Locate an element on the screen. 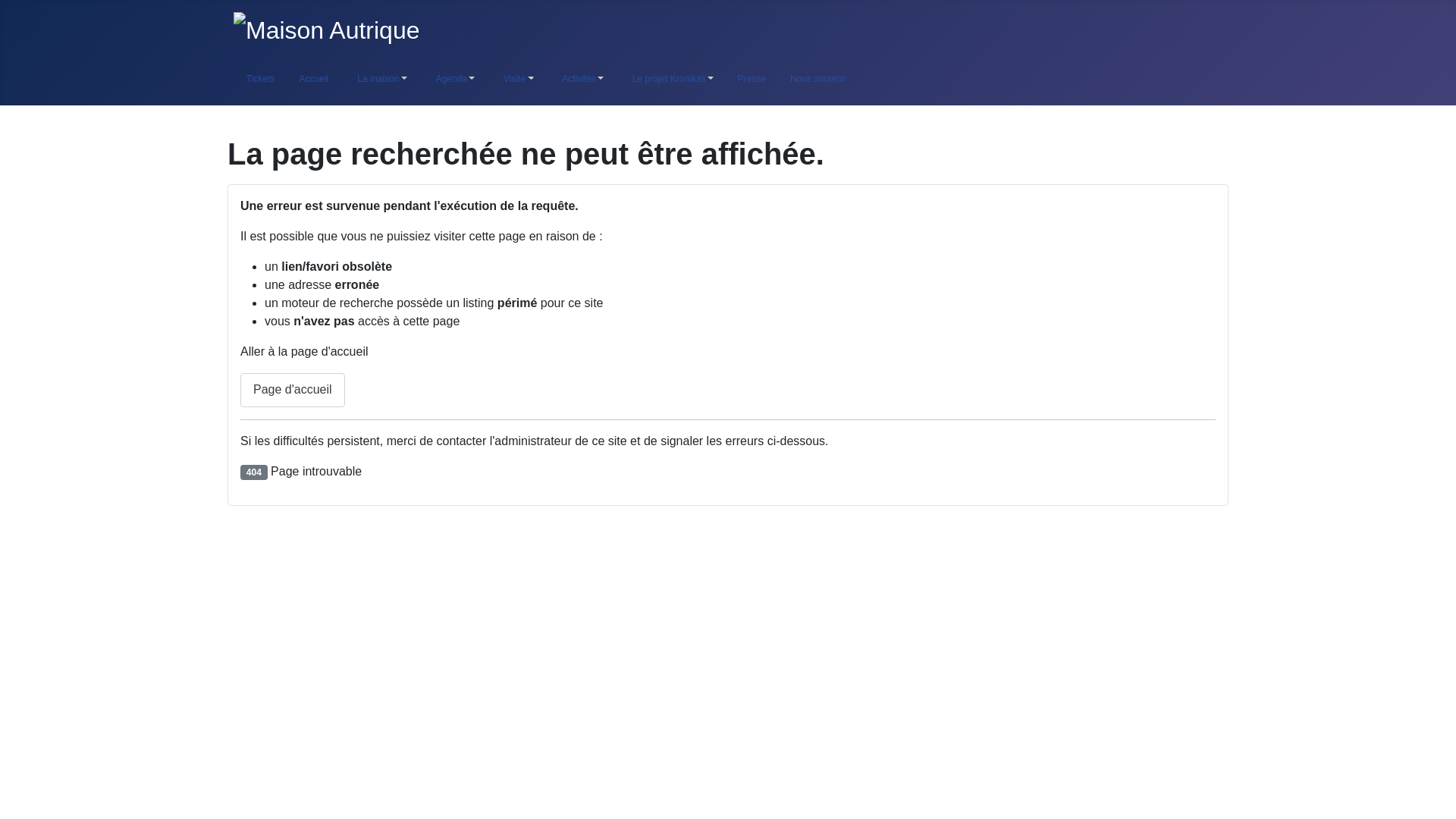 Image resolution: width=1456 pixels, height=819 pixels. 'Agenda' is located at coordinates (451, 79).